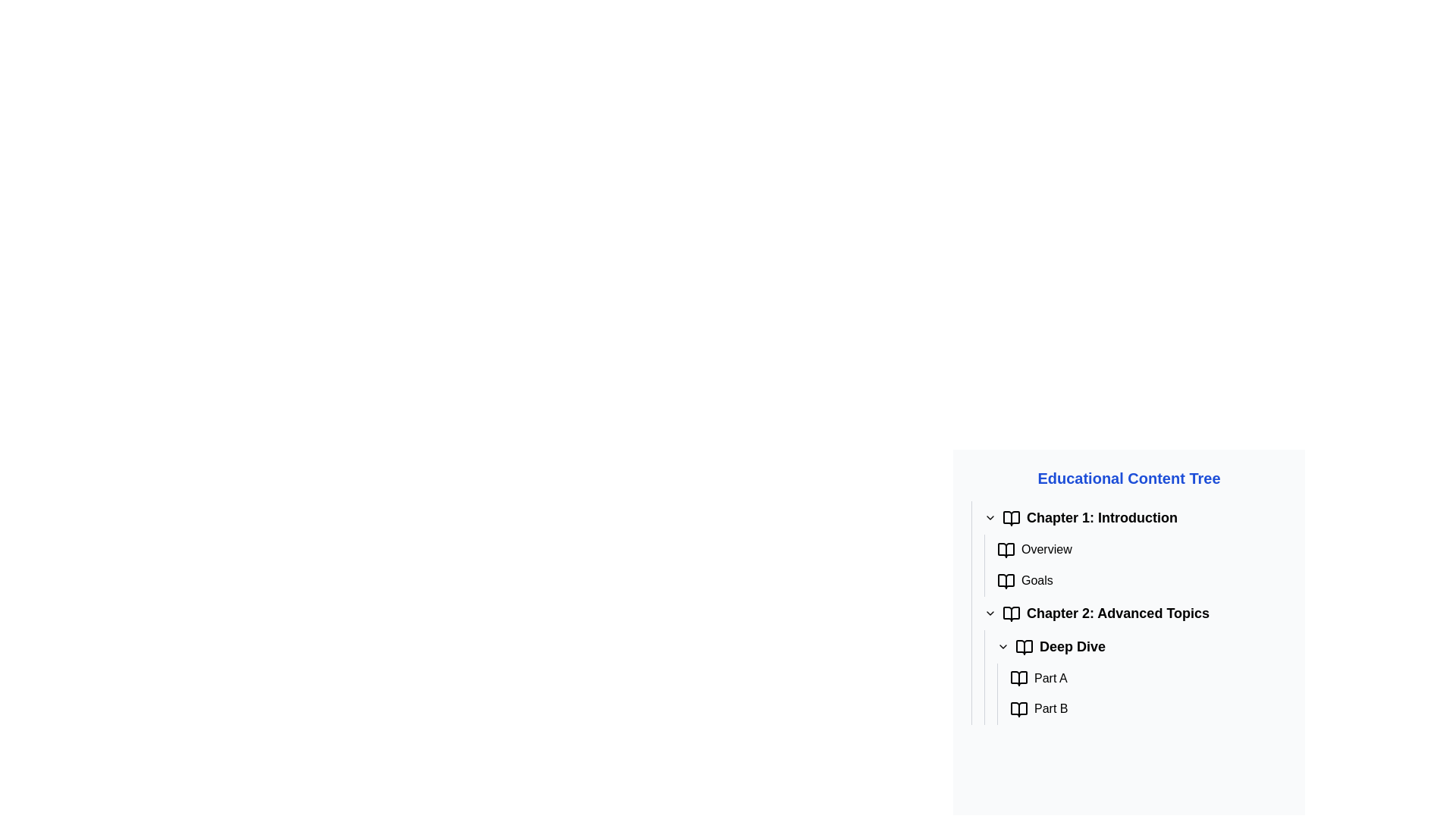 This screenshot has height=819, width=1456. I want to click on the SVG icon representing an open book located next to the 'Goals' text in the 'Chapter 1: Introduction' section, so click(1006, 580).